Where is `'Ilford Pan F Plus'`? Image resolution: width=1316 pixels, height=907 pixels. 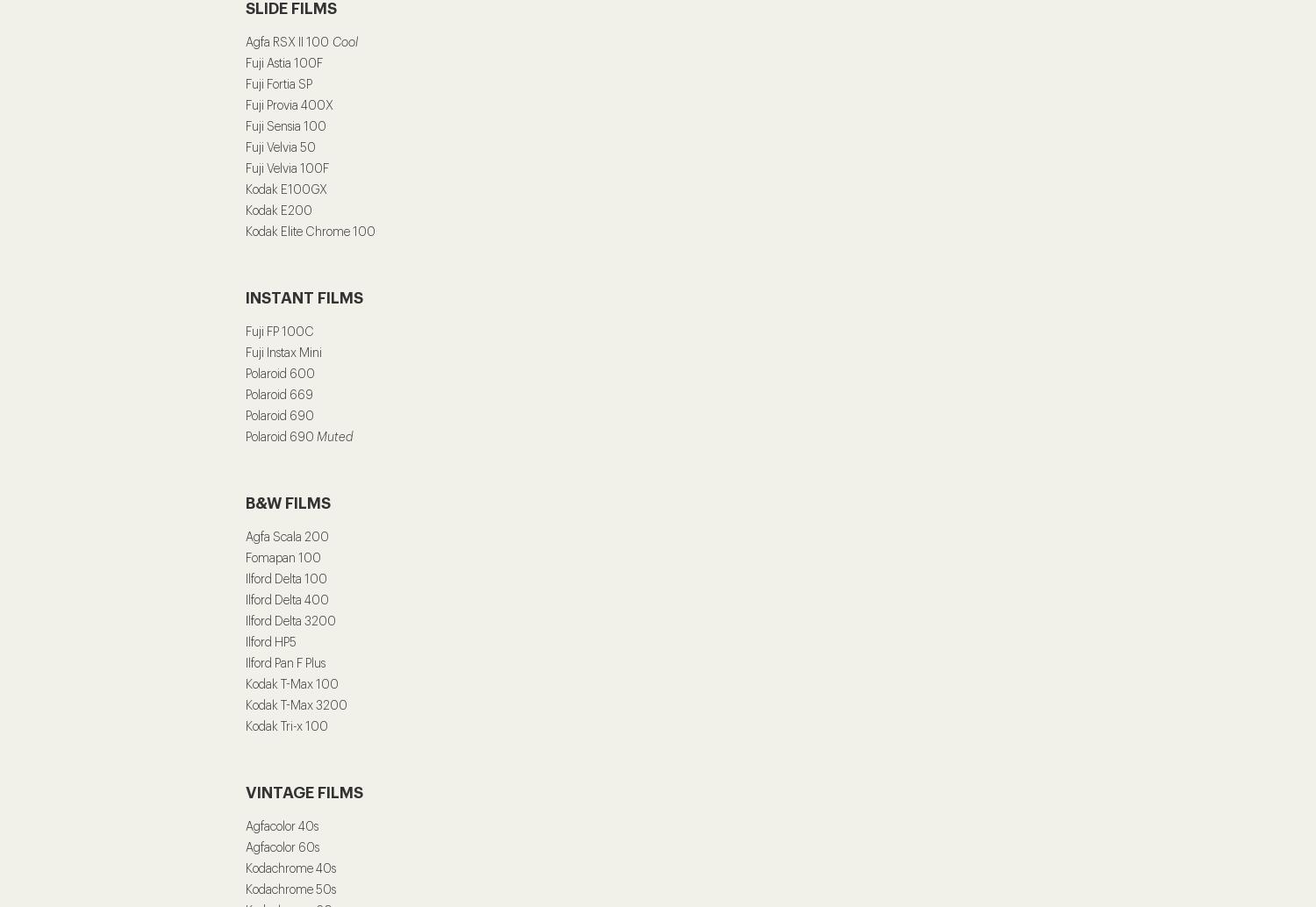 'Ilford Pan F Plus' is located at coordinates (286, 663).